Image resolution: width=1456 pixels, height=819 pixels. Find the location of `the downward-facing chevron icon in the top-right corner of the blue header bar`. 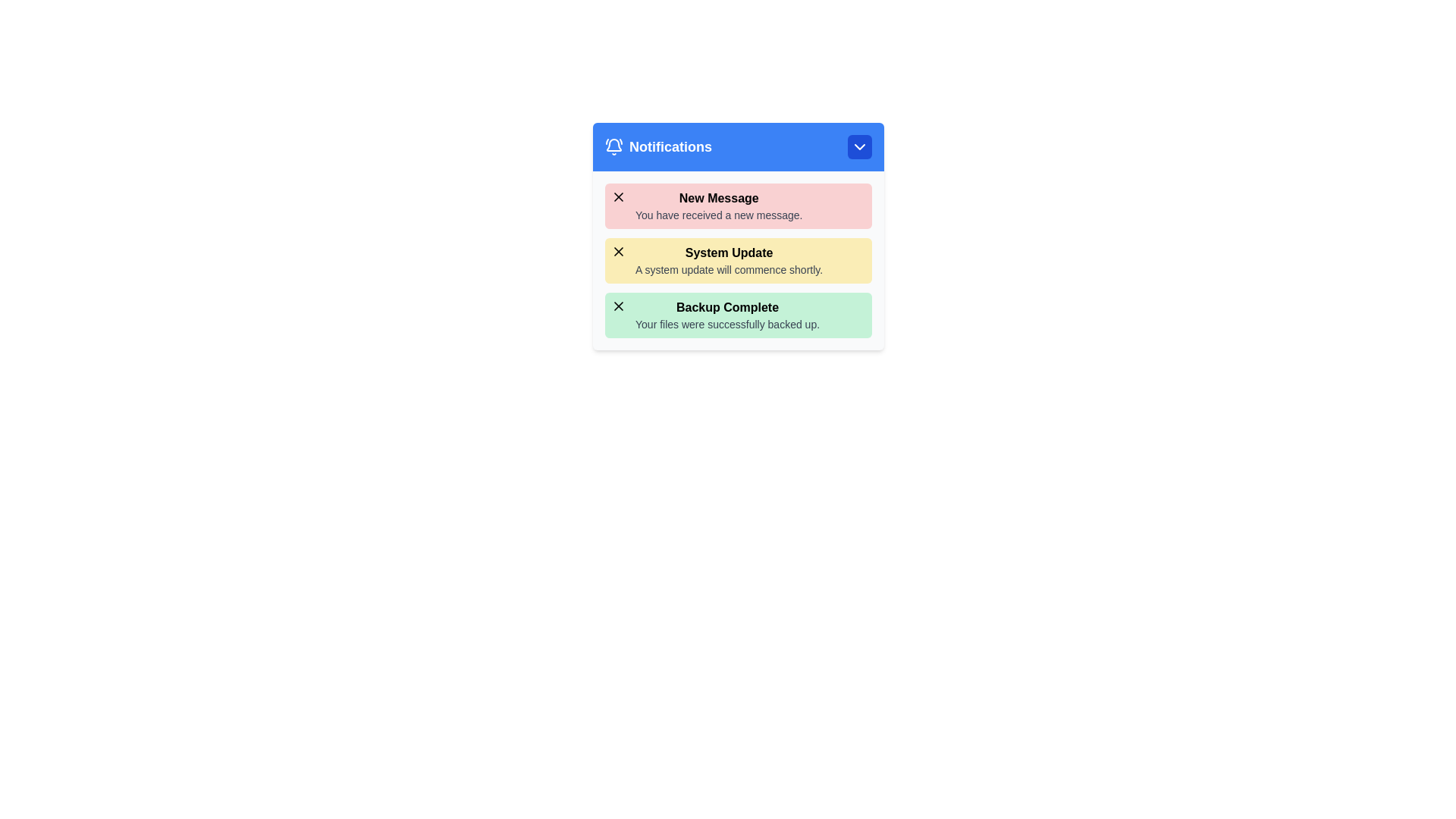

the downward-facing chevron icon in the top-right corner of the blue header bar is located at coordinates (859, 146).